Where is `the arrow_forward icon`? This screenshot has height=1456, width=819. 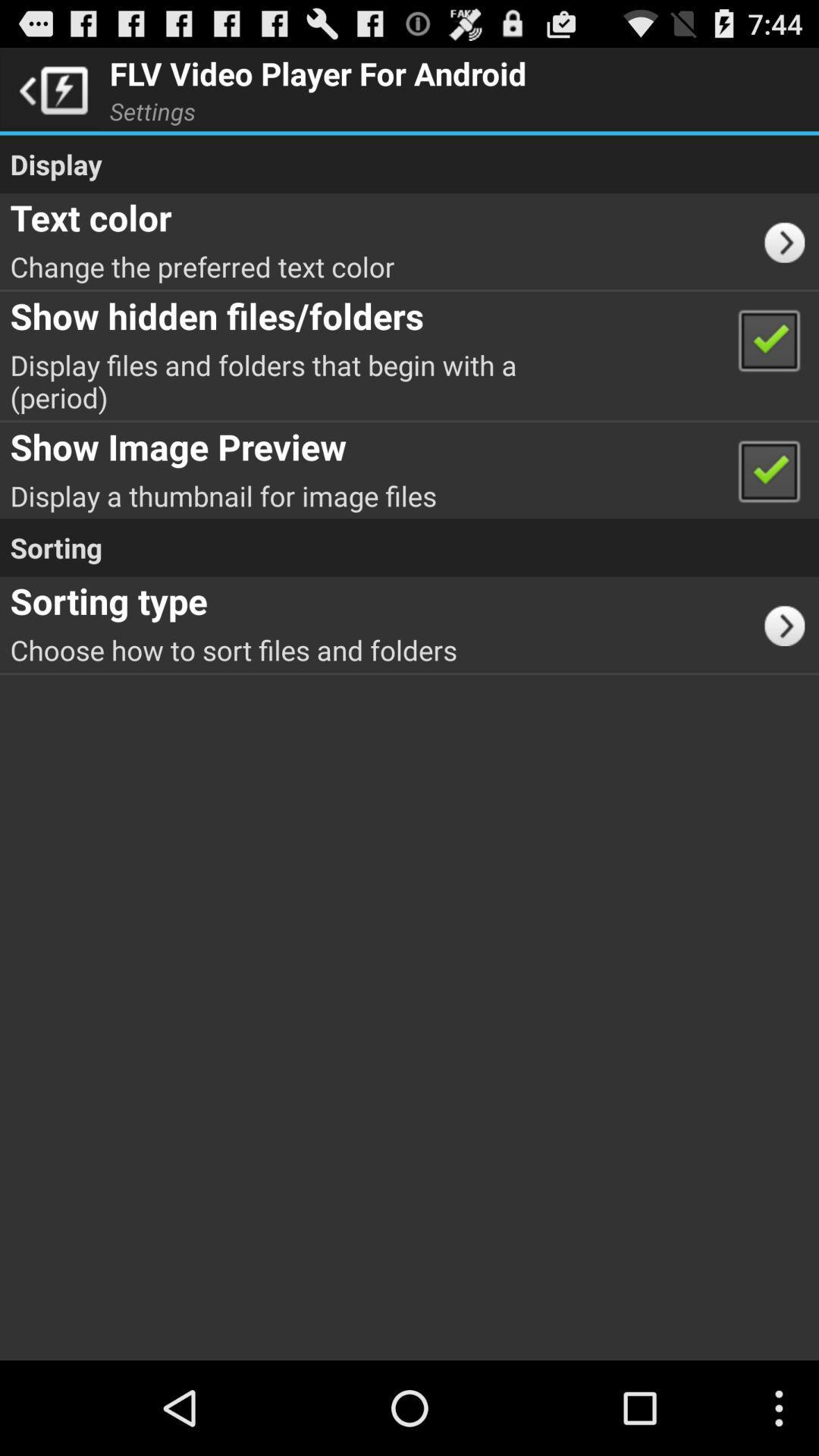 the arrow_forward icon is located at coordinates (789, 667).